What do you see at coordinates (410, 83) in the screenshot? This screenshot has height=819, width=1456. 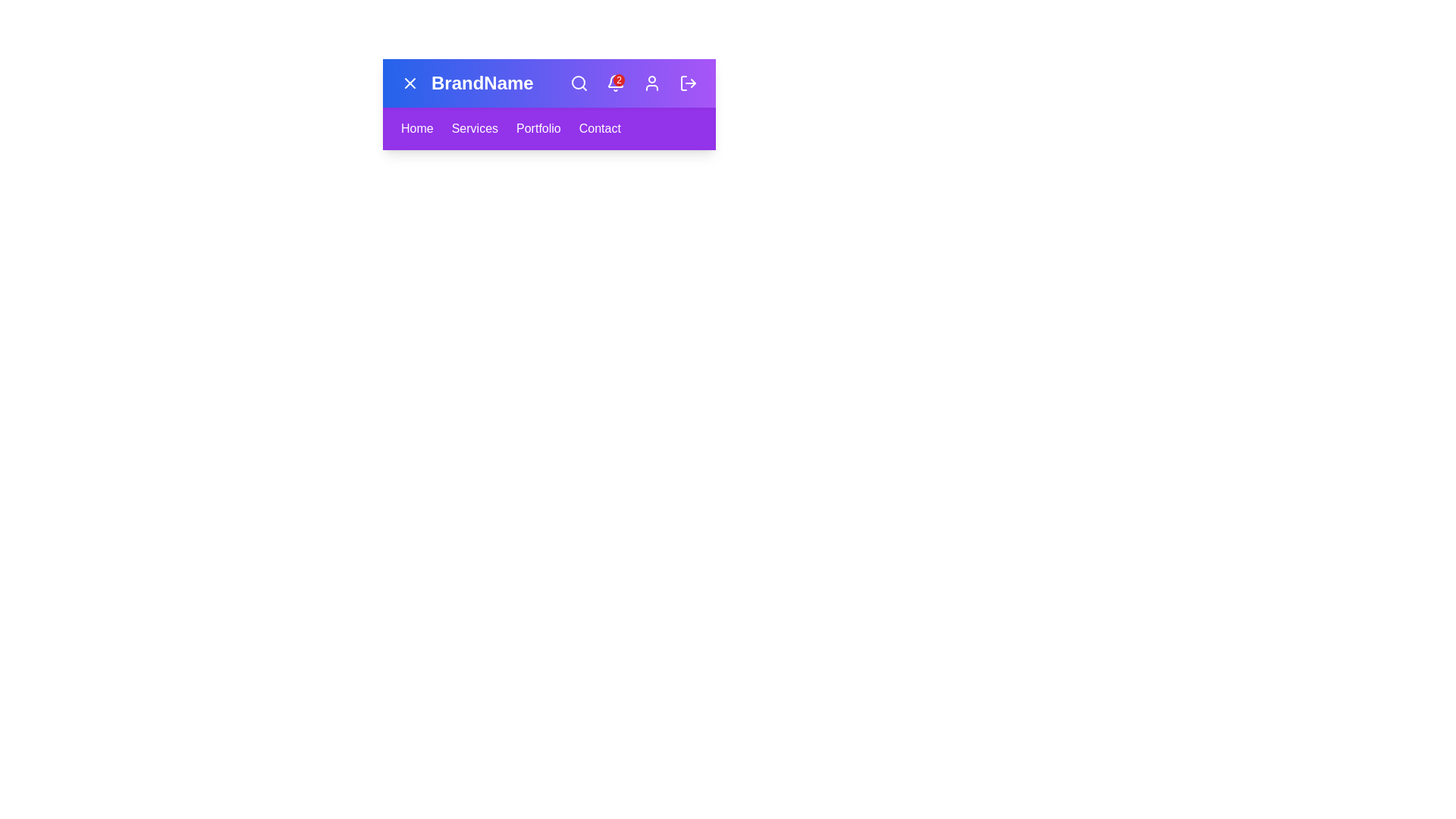 I see `the close button located at the top left corner of the navigation bar, adjacent to the 'BrandName' text, via keyboard navigation` at bounding box center [410, 83].